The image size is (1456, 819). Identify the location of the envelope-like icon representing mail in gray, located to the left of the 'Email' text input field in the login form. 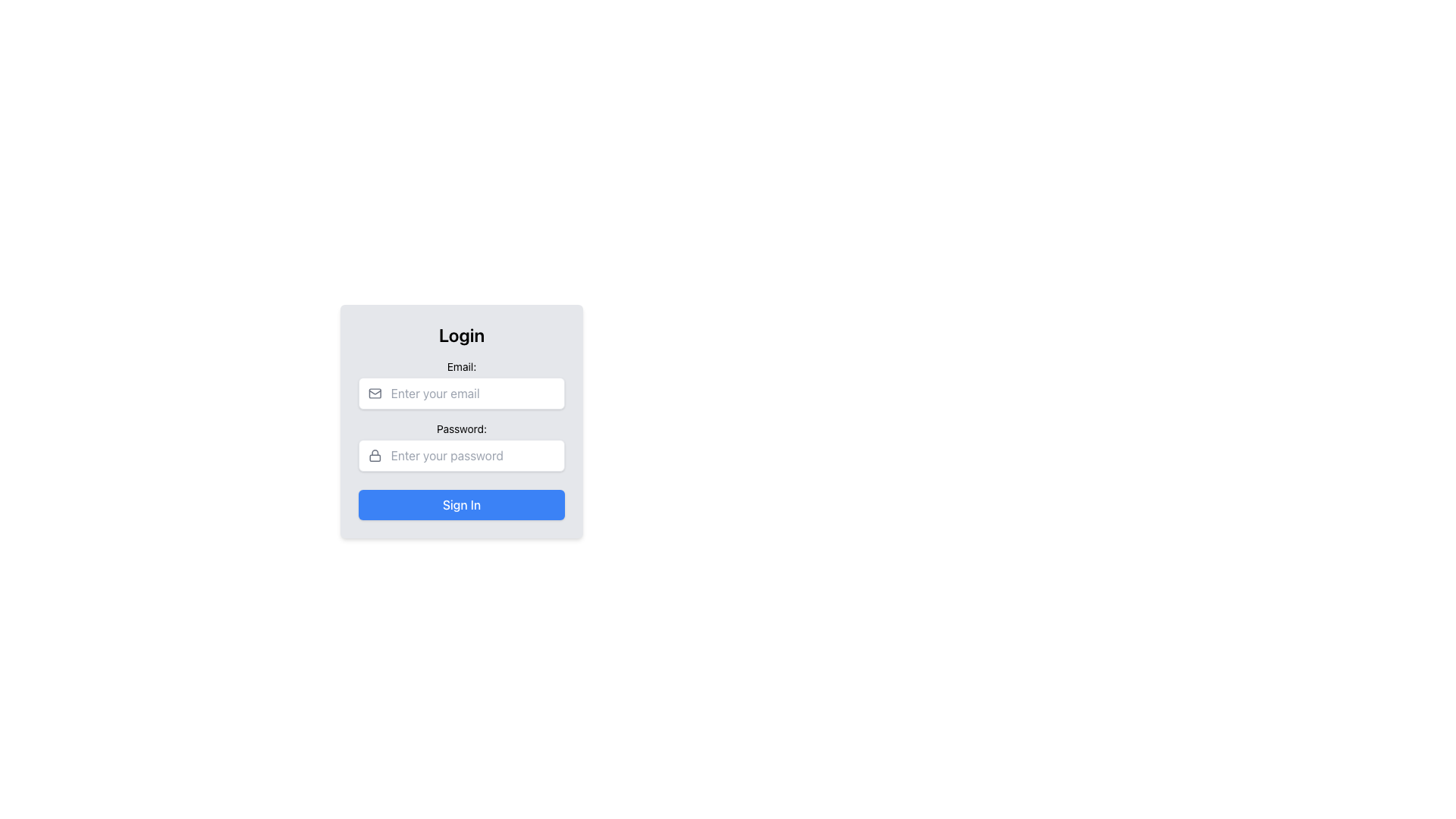
(375, 393).